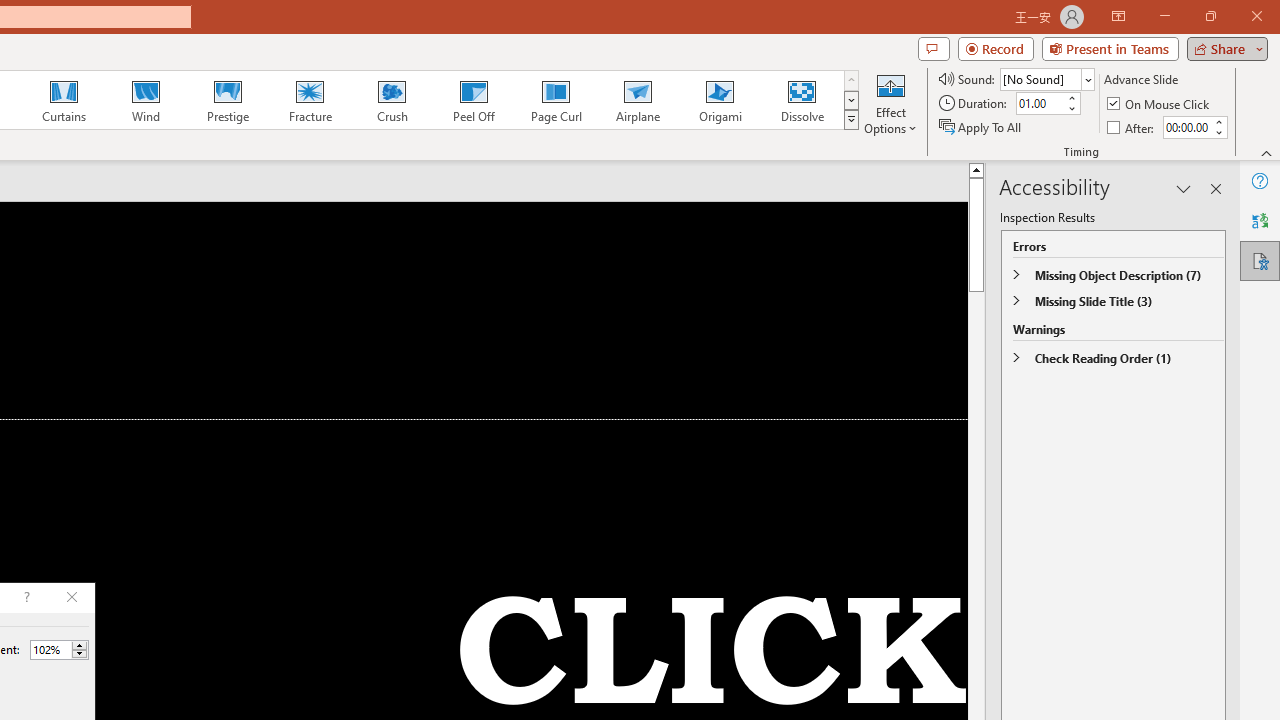  I want to click on 'Airplane', so click(636, 100).